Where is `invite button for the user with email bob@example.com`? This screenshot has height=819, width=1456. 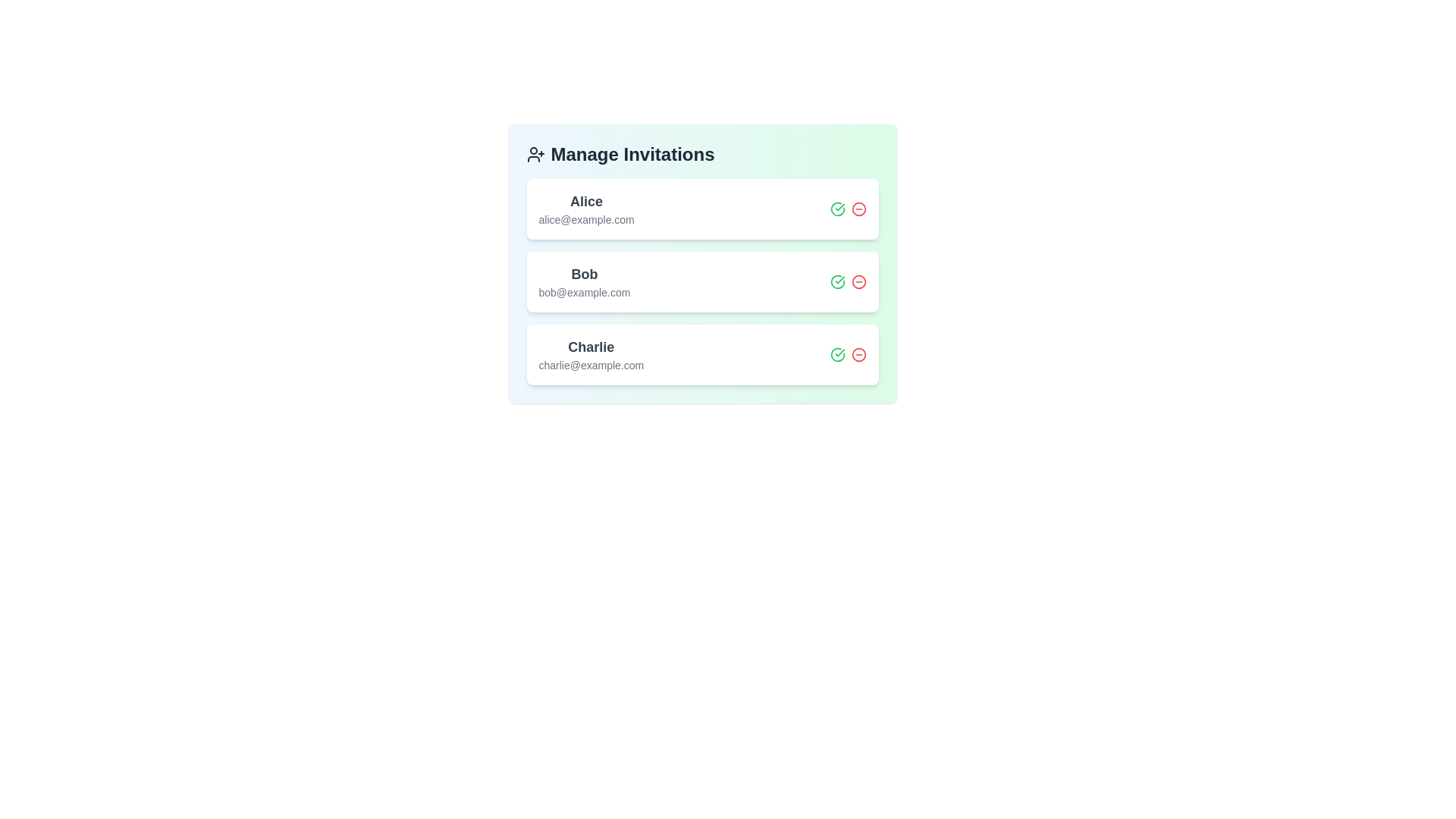 invite button for the user with email bob@example.com is located at coordinates (836, 281).